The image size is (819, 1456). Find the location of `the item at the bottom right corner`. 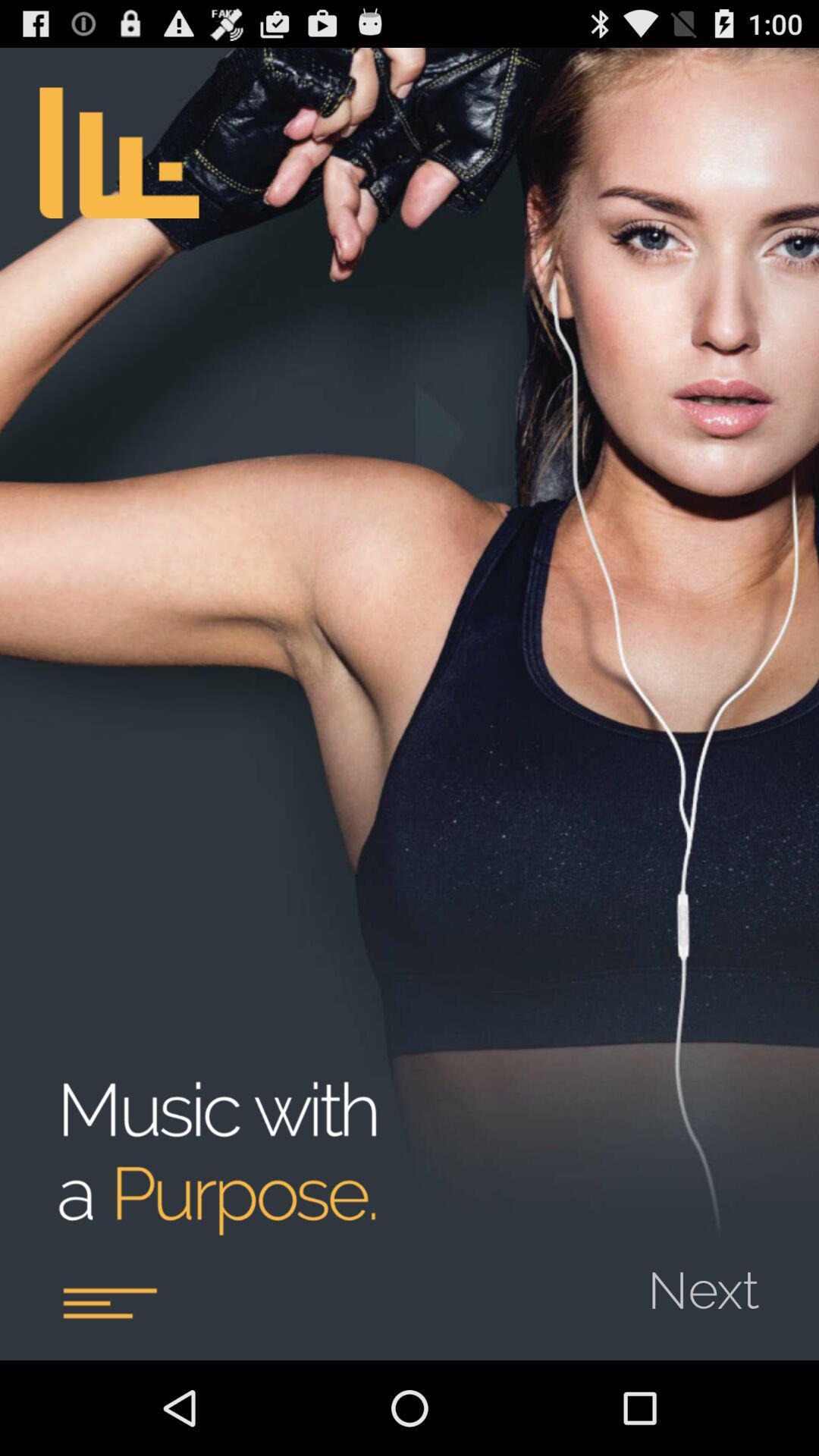

the item at the bottom right corner is located at coordinates (713, 1279).